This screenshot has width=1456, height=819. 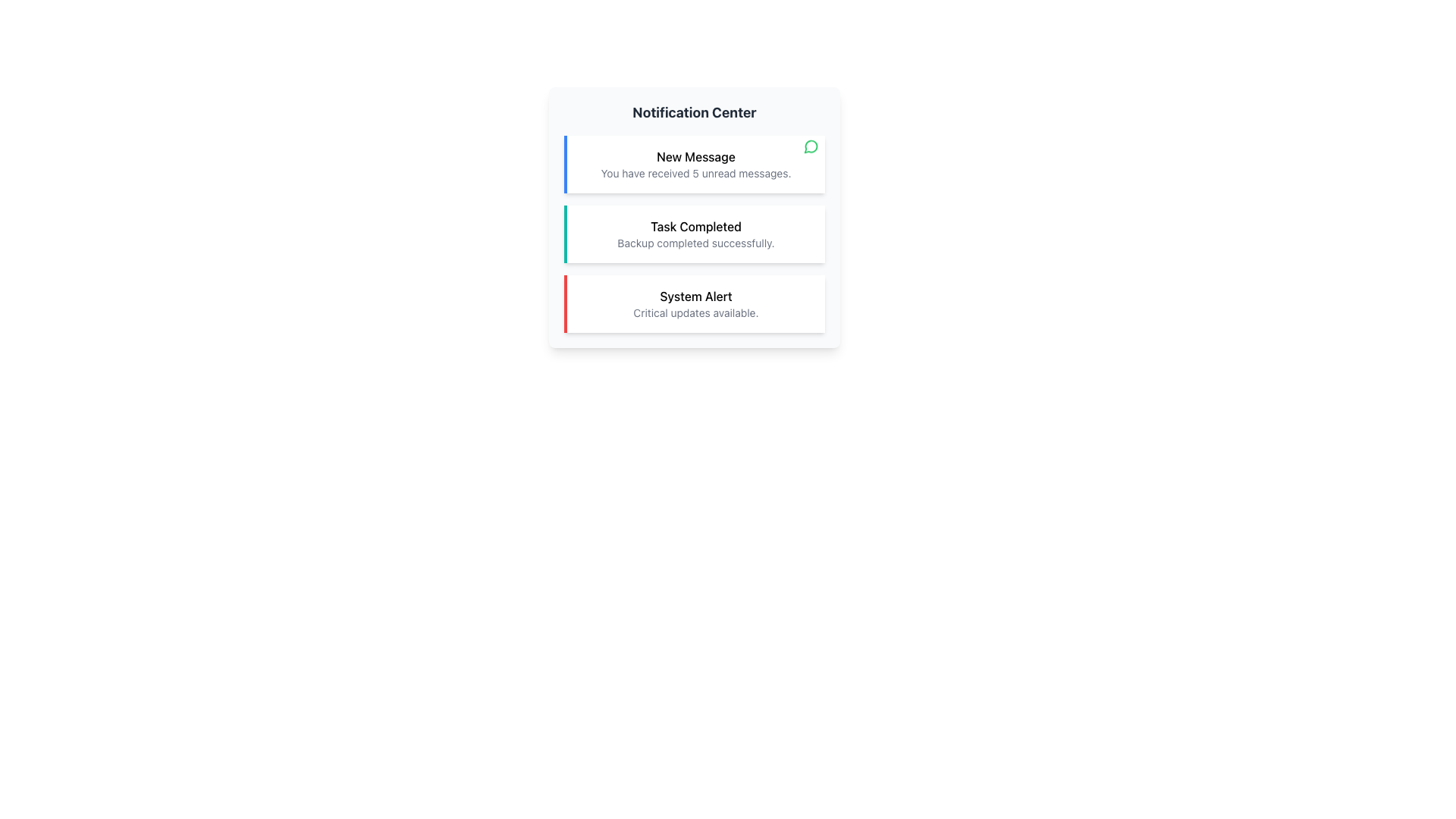 I want to click on the text element that provides additional information related to the 'System Alert' notification, located below the 'System Alert' header in the third notification panel with a red left border, so click(x=695, y=312).